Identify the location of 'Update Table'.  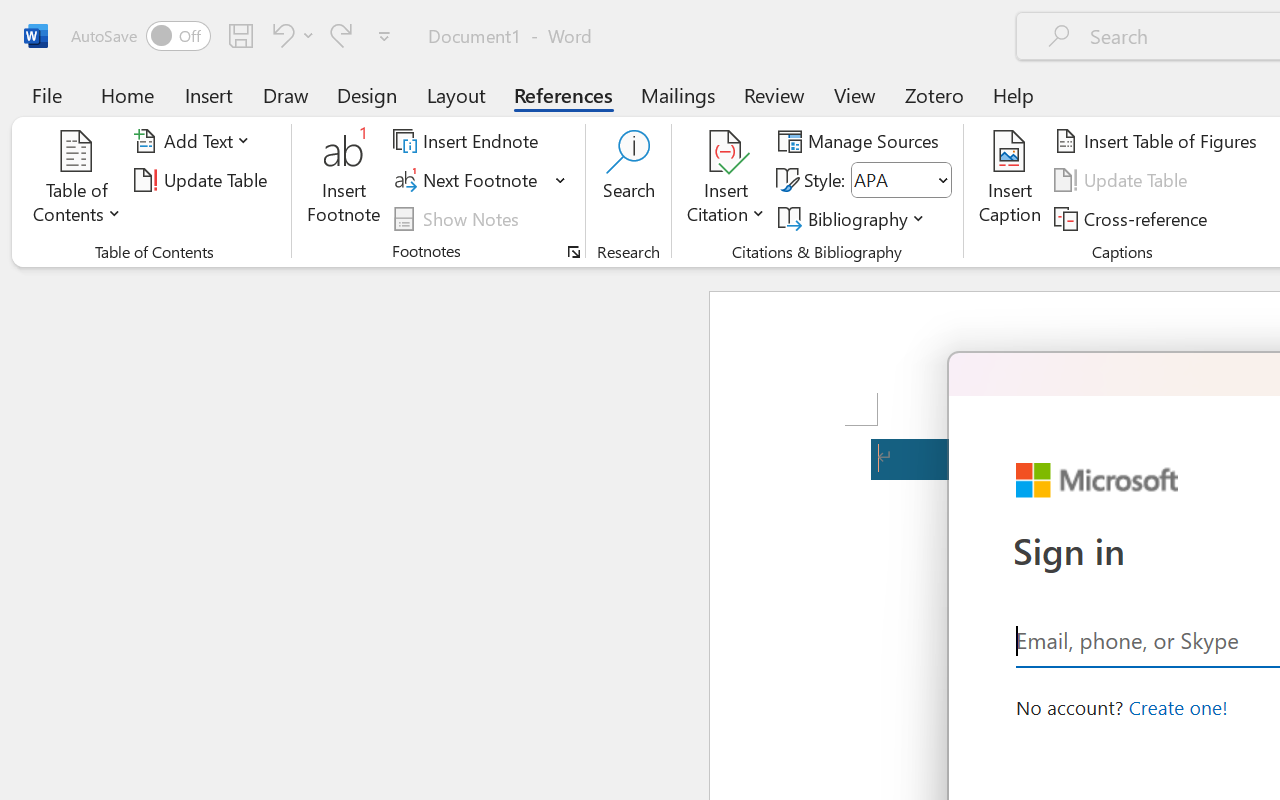
(1124, 179).